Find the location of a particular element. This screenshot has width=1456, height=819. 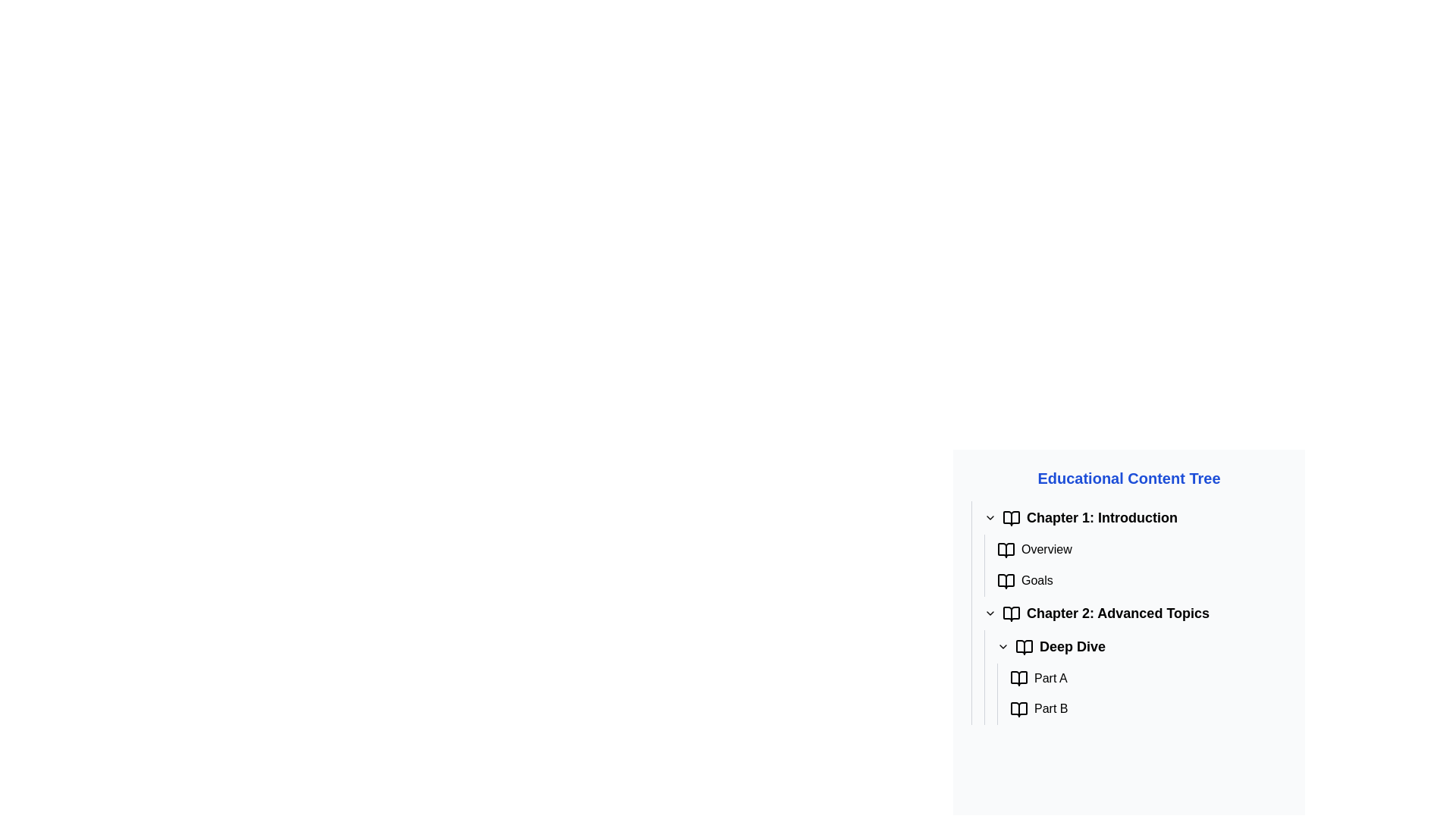

the 'Goals' navigation link within the 'Chapter 1: Introduction' section of the content menu is located at coordinates (1142, 580).